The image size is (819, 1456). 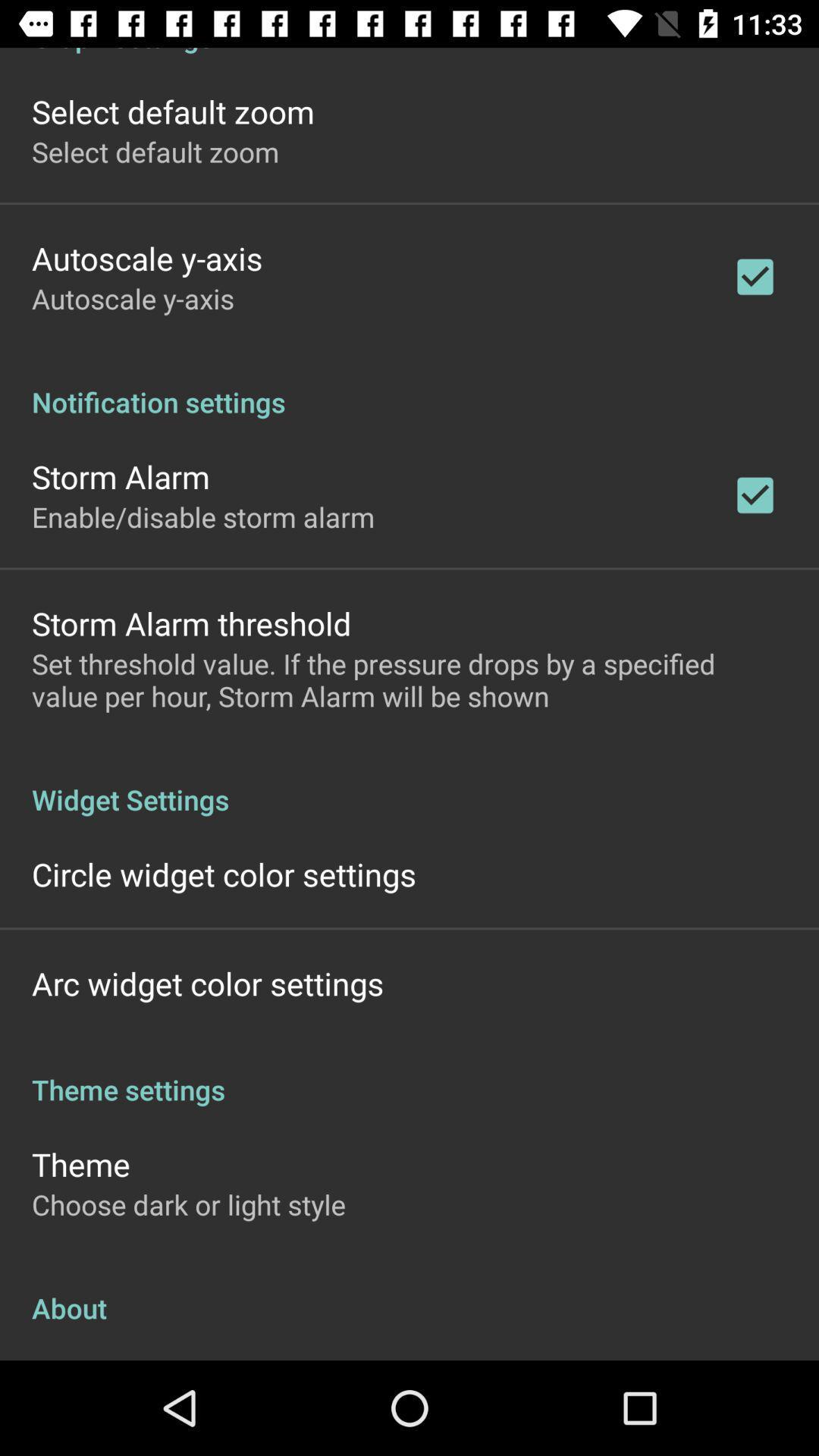 What do you see at coordinates (202, 516) in the screenshot?
I see `enable disable storm` at bounding box center [202, 516].